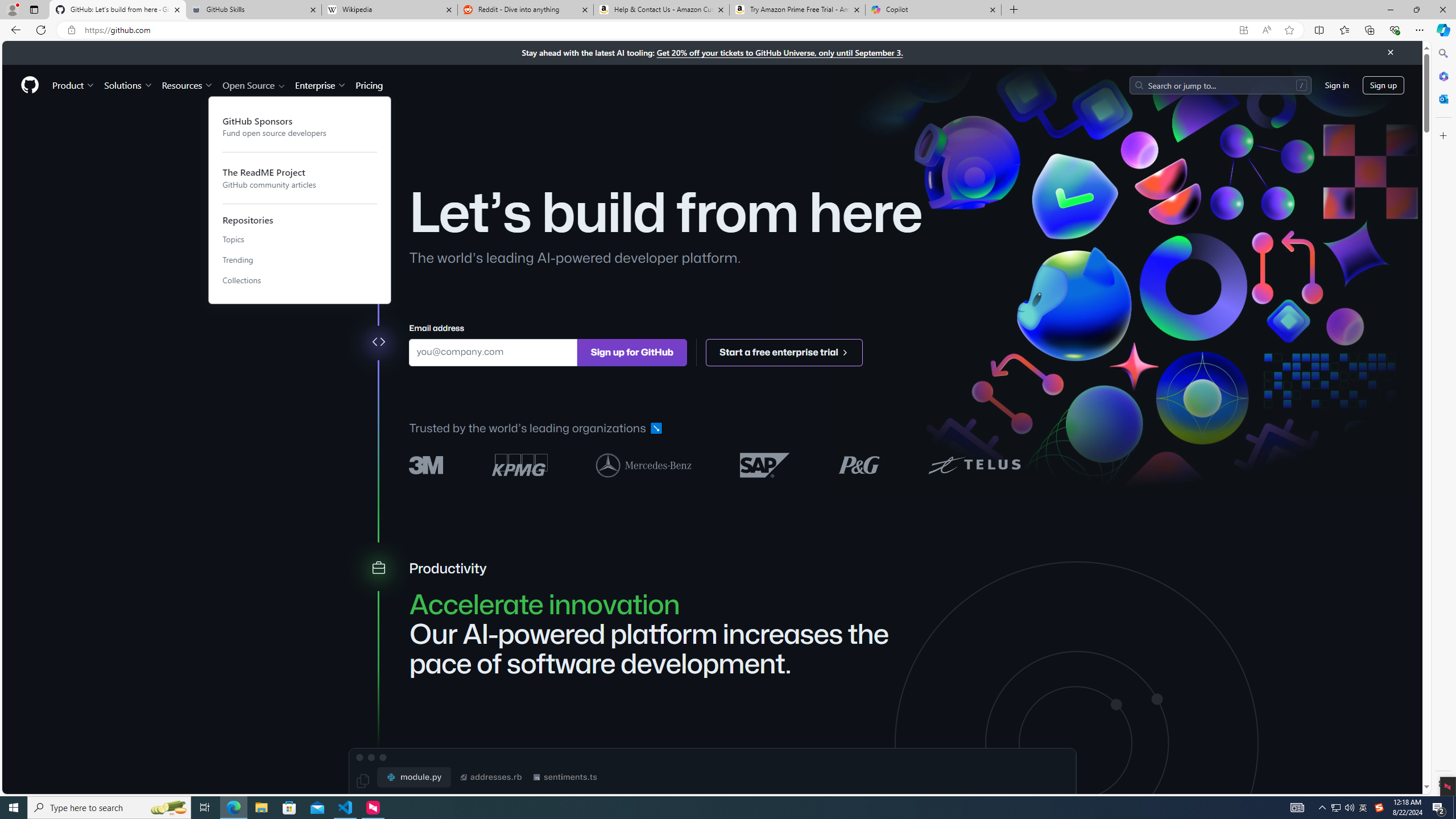 The width and height of the screenshot is (1456, 819). Describe the element at coordinates (492, 351) in the screenshot. I see `'Email address'` at that location.